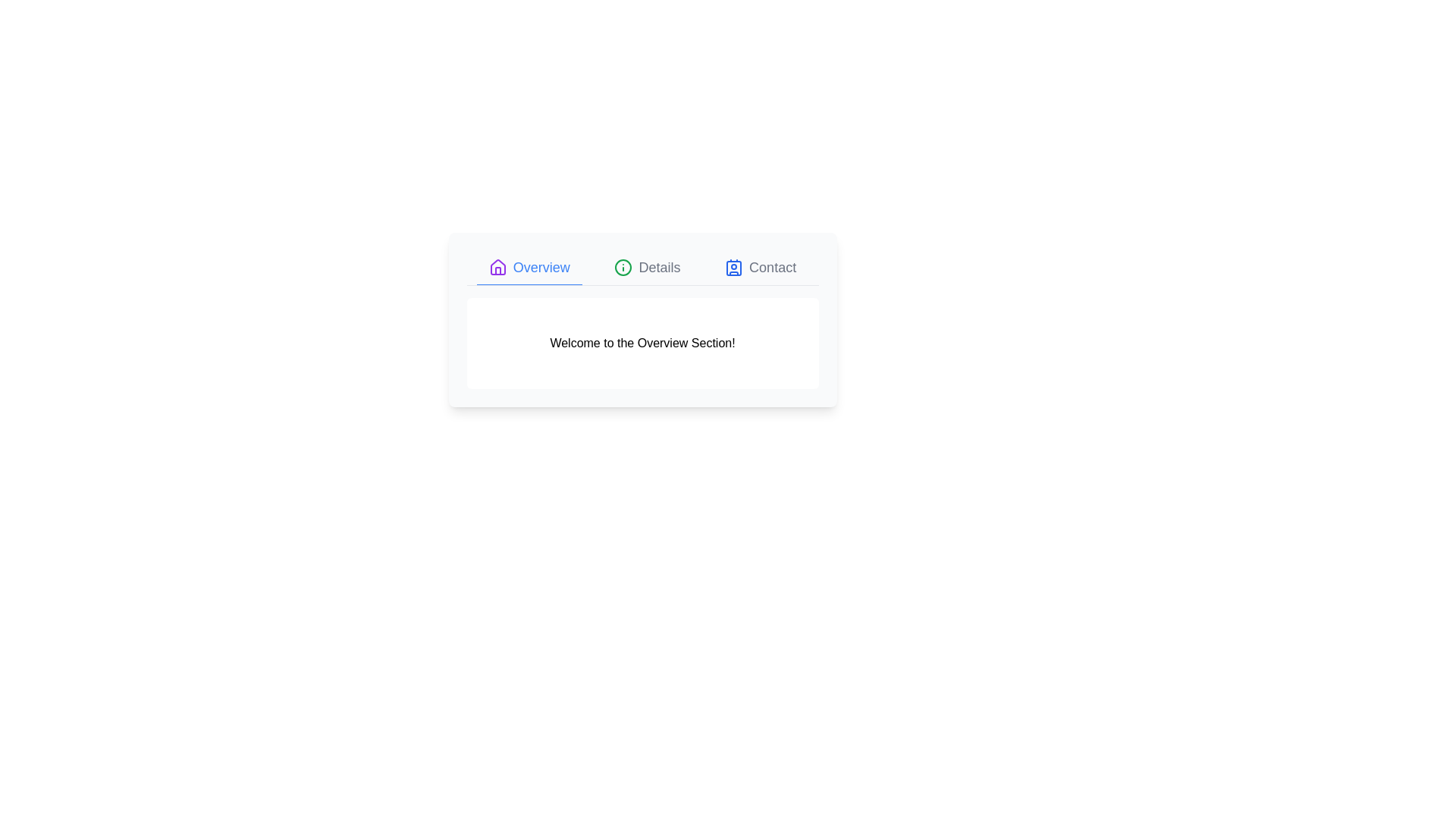 Image resolution: width=1456 pixels, height=819 pixels. Describe the element at coordinates (761, 267) in the screenshot. I see `the Contact tab to examine its content` at that location.